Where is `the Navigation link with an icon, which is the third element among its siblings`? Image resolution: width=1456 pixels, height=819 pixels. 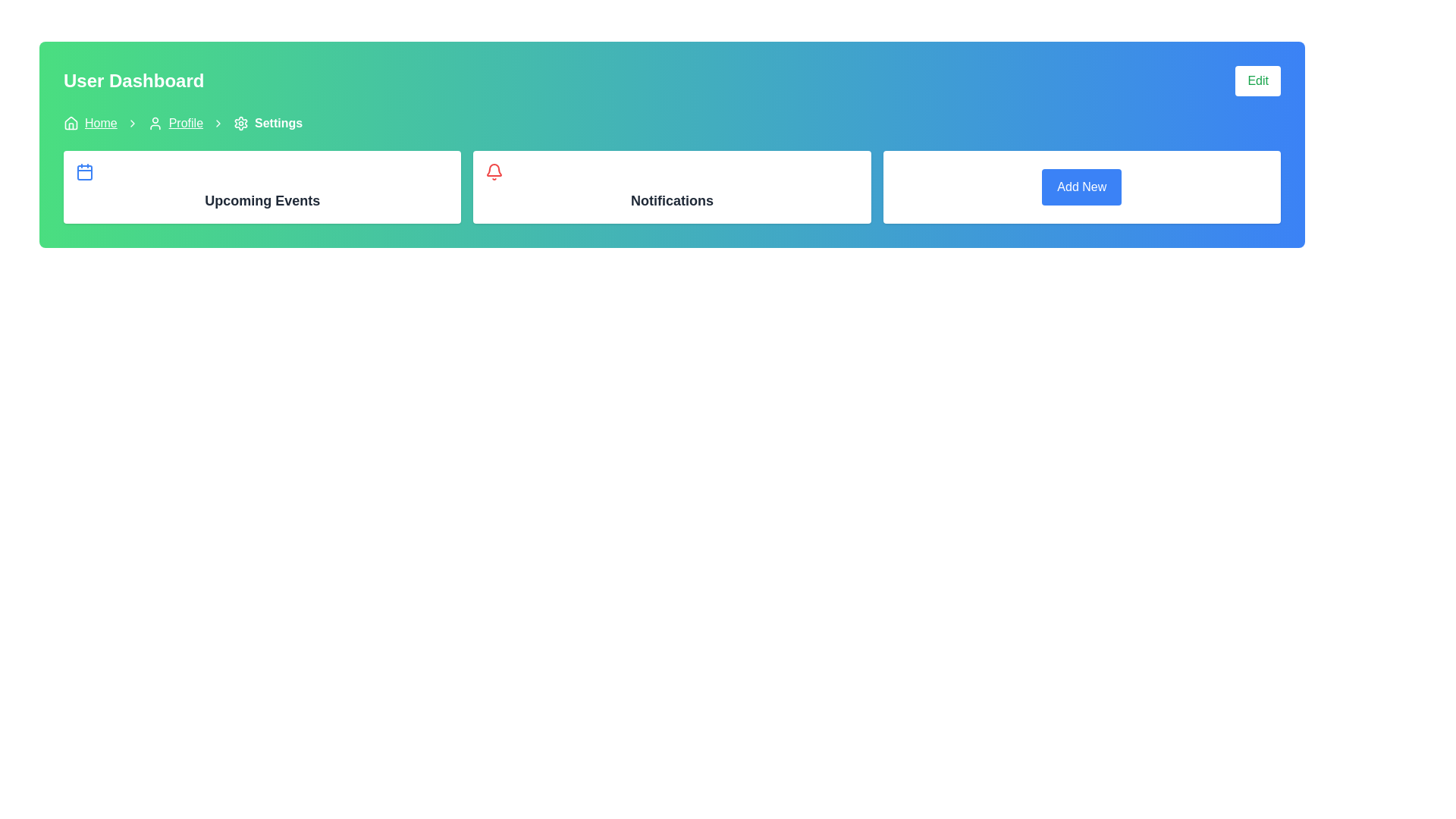
the Navigation link with an icon, which is the third element among its siblings is located at coordinates (268, 122).